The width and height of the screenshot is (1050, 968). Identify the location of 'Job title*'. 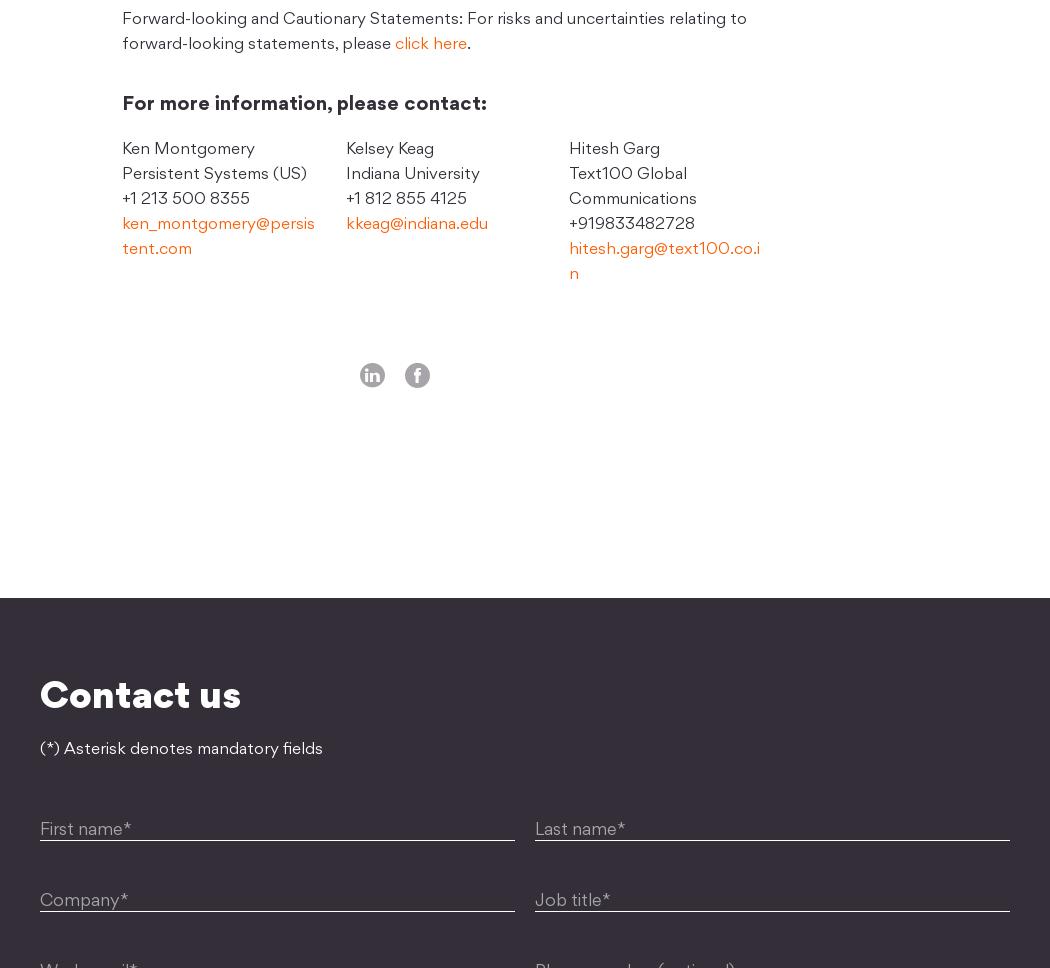
(571, 901).